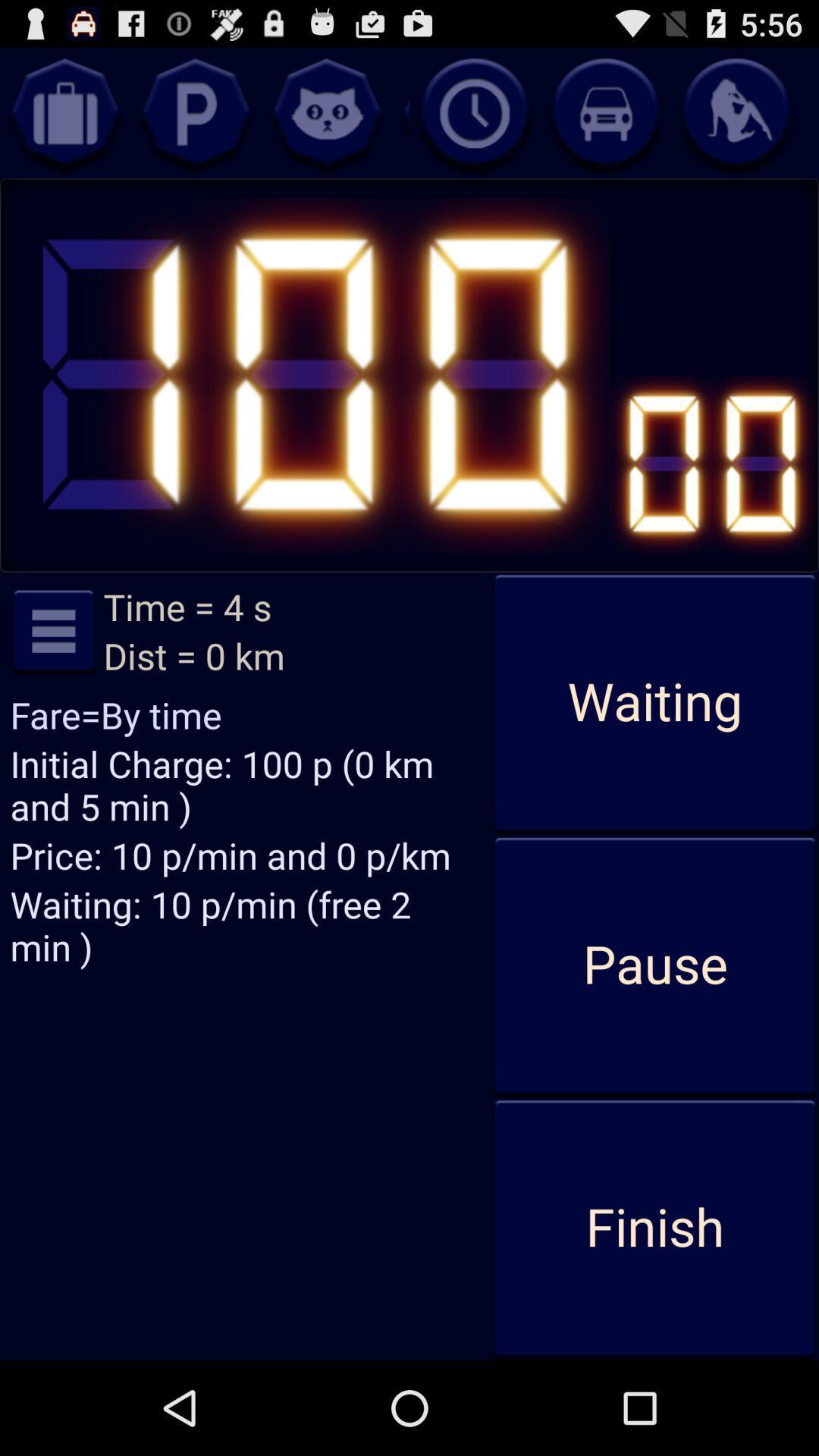  What do you see at coordinates (604, 112) in the screenshot?
I see `calculate a taxi fare` at bounding box center [604, 112].